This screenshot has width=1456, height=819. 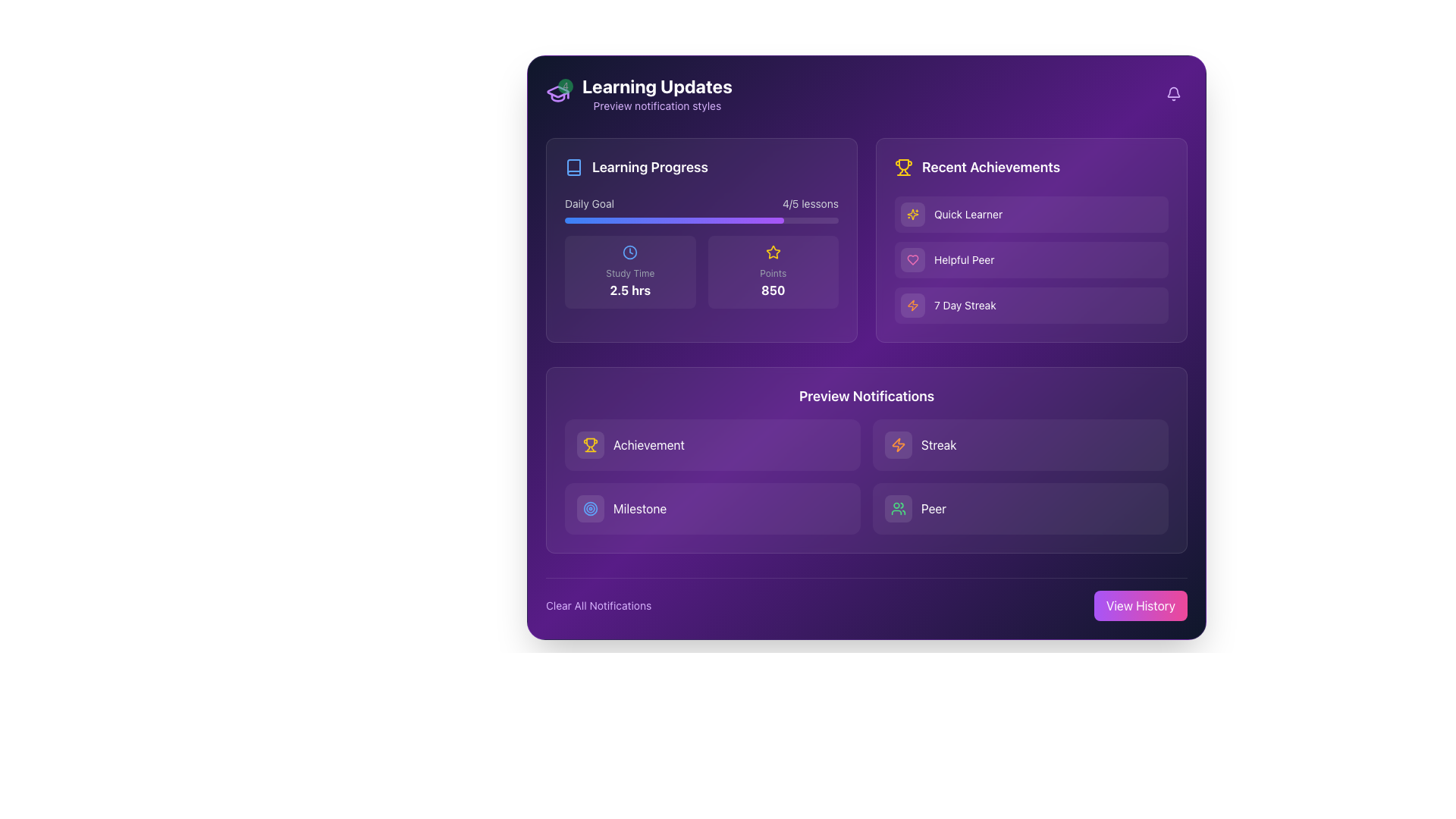 I want to click on visualized data from the Information display panel located at the lower part of the 'Learning Progress' panel, so click(x=701, y=251).